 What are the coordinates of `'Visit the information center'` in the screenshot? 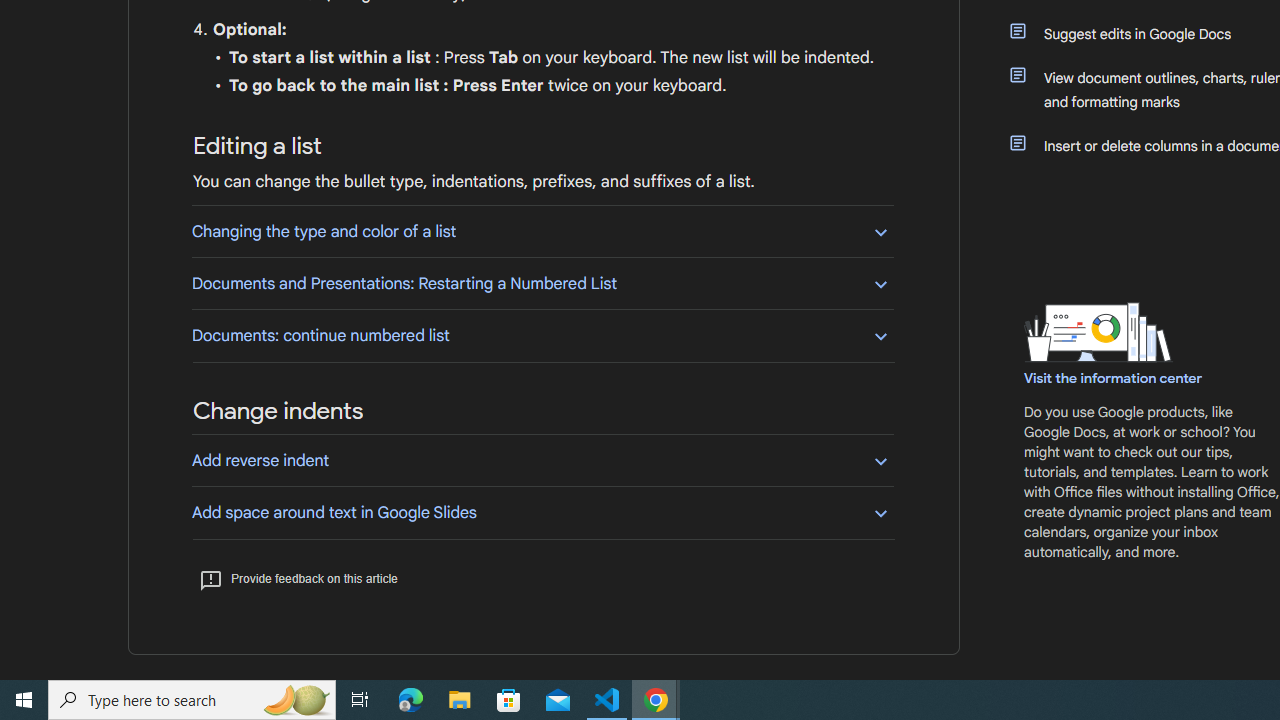 It's located at (1112, 378).